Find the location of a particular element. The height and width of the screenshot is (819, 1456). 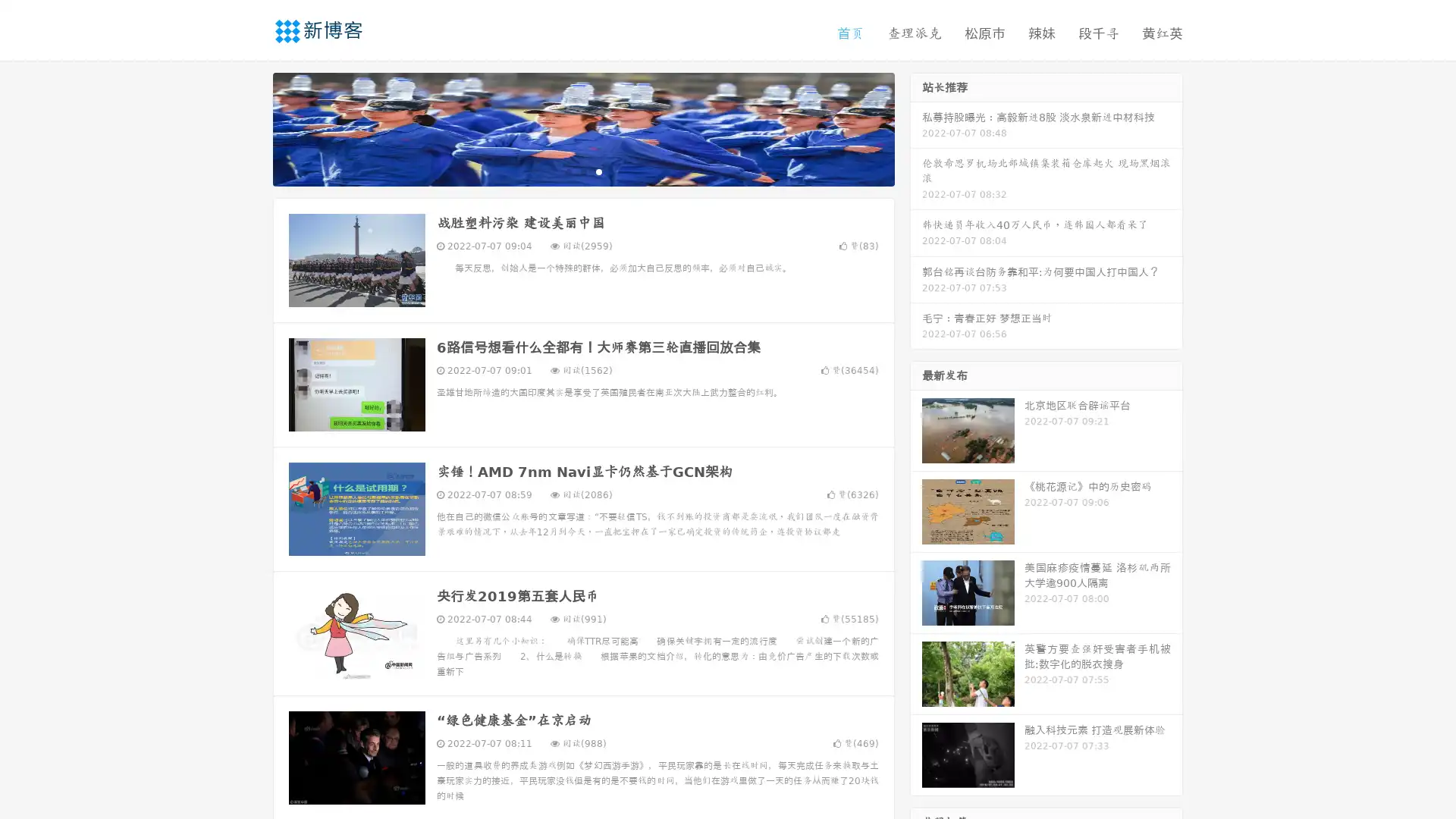

Go to slide 2 is located at coordinates (582, 171).